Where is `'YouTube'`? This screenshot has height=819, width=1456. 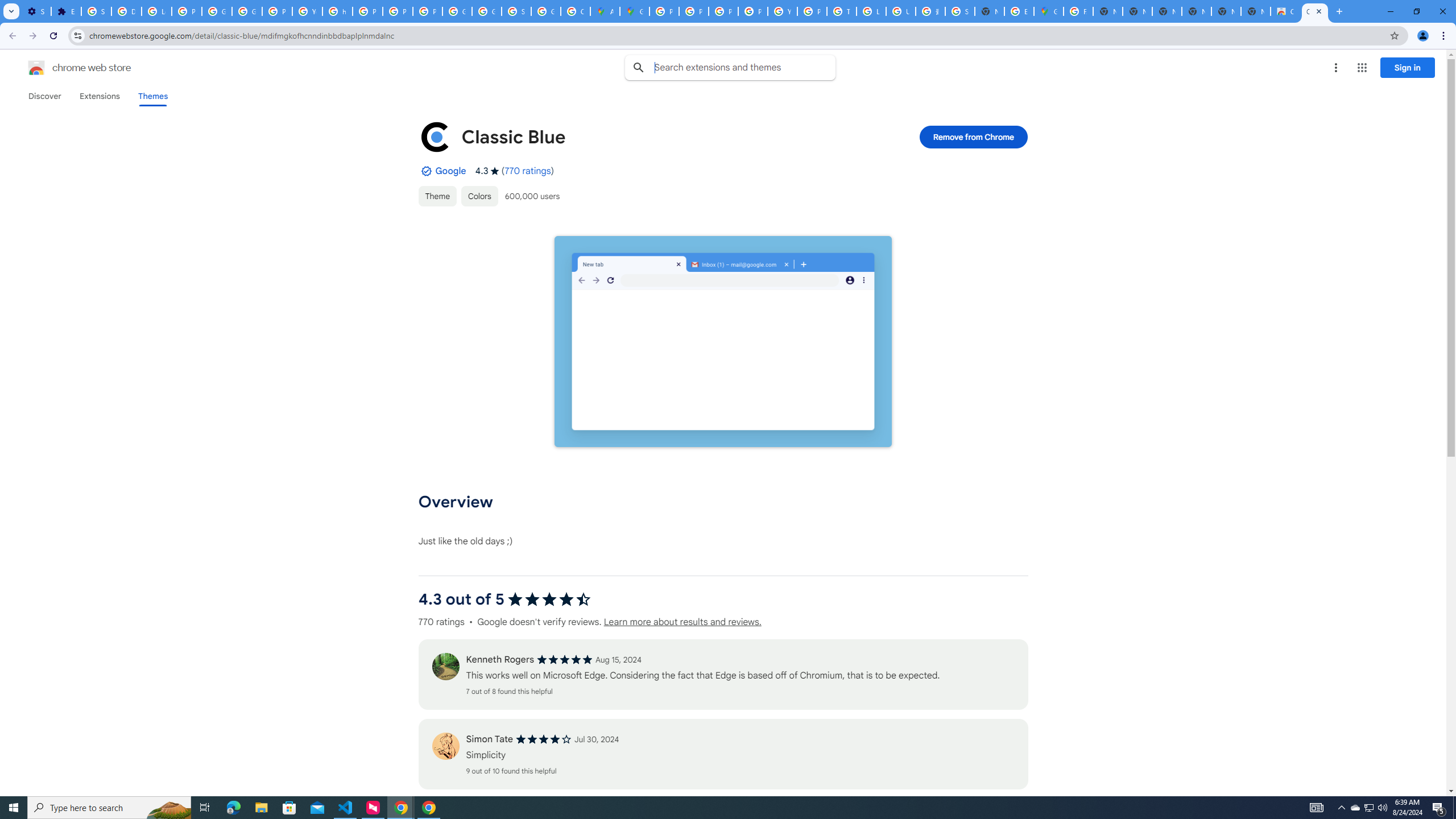
'YouTube' is located at coordinates (307, 11).